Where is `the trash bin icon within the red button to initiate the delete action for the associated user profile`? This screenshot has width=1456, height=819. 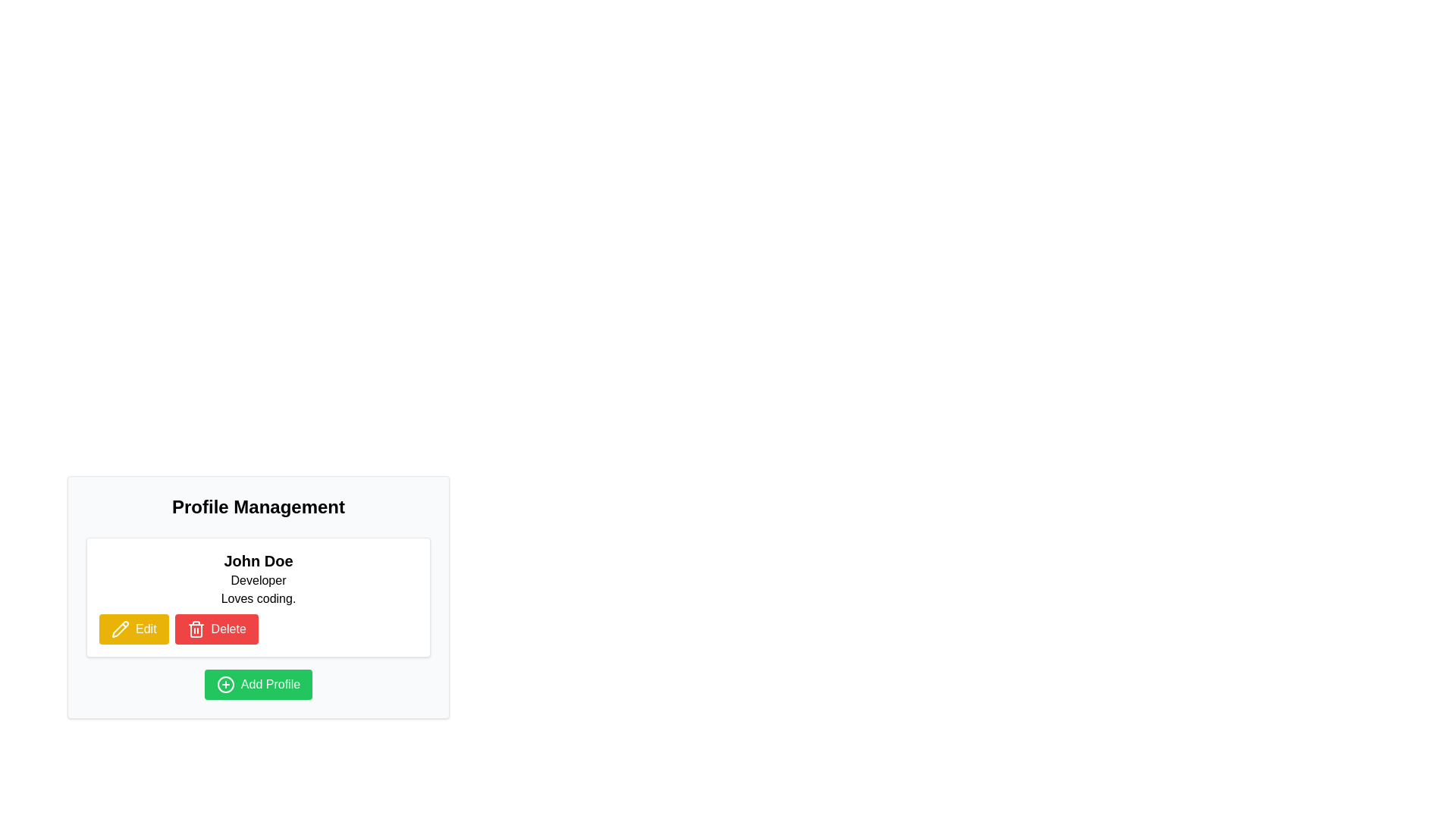 the trash bin icon within the red button to initiate the delete action for the associated user profile is located at coordinates (195, 629).